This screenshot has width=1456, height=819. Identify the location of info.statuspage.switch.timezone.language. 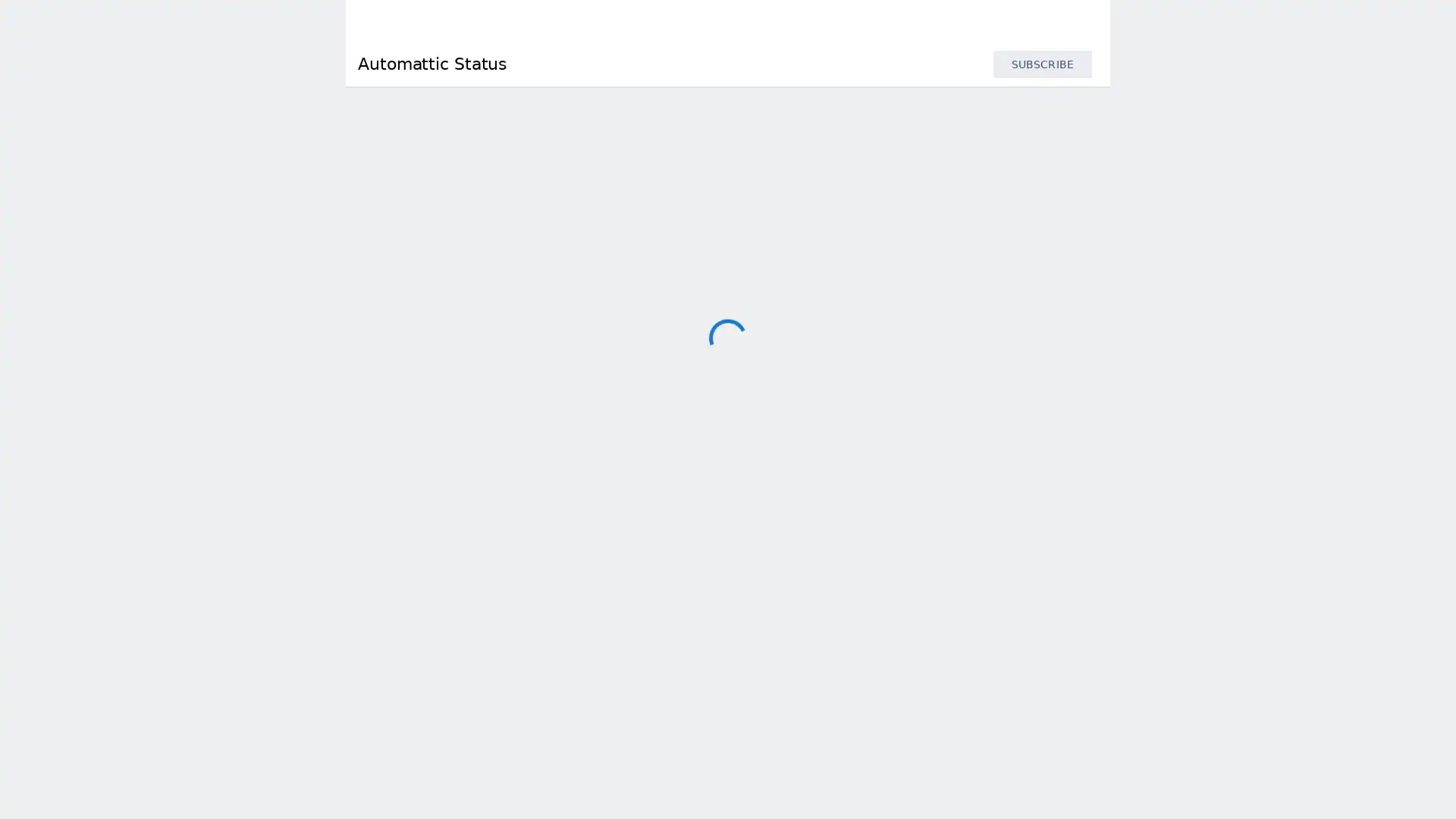
(1077, 27).